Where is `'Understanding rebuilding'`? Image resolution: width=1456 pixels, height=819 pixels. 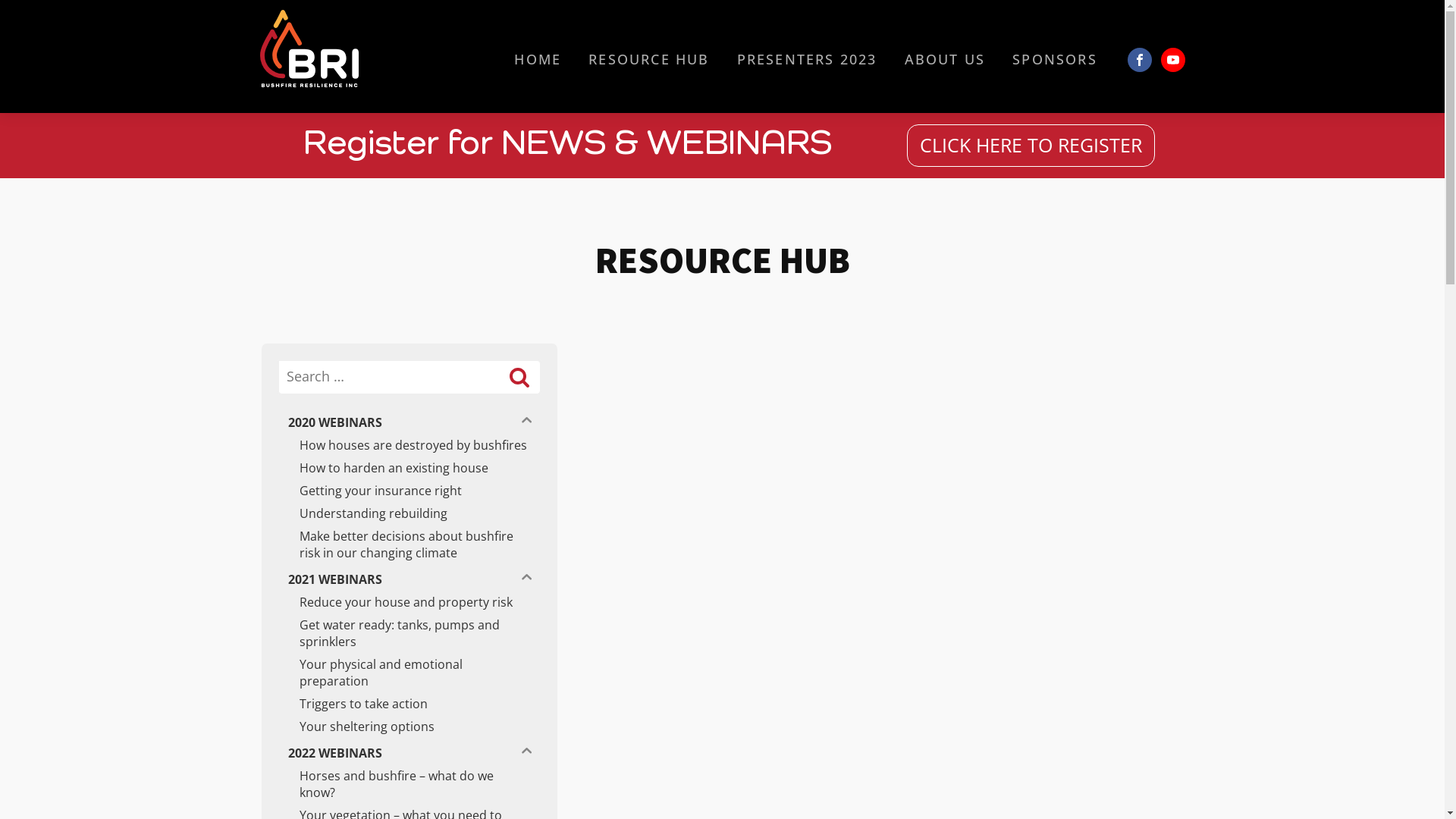
'Understanding rebuilding' is located at coordinates (408, 513).